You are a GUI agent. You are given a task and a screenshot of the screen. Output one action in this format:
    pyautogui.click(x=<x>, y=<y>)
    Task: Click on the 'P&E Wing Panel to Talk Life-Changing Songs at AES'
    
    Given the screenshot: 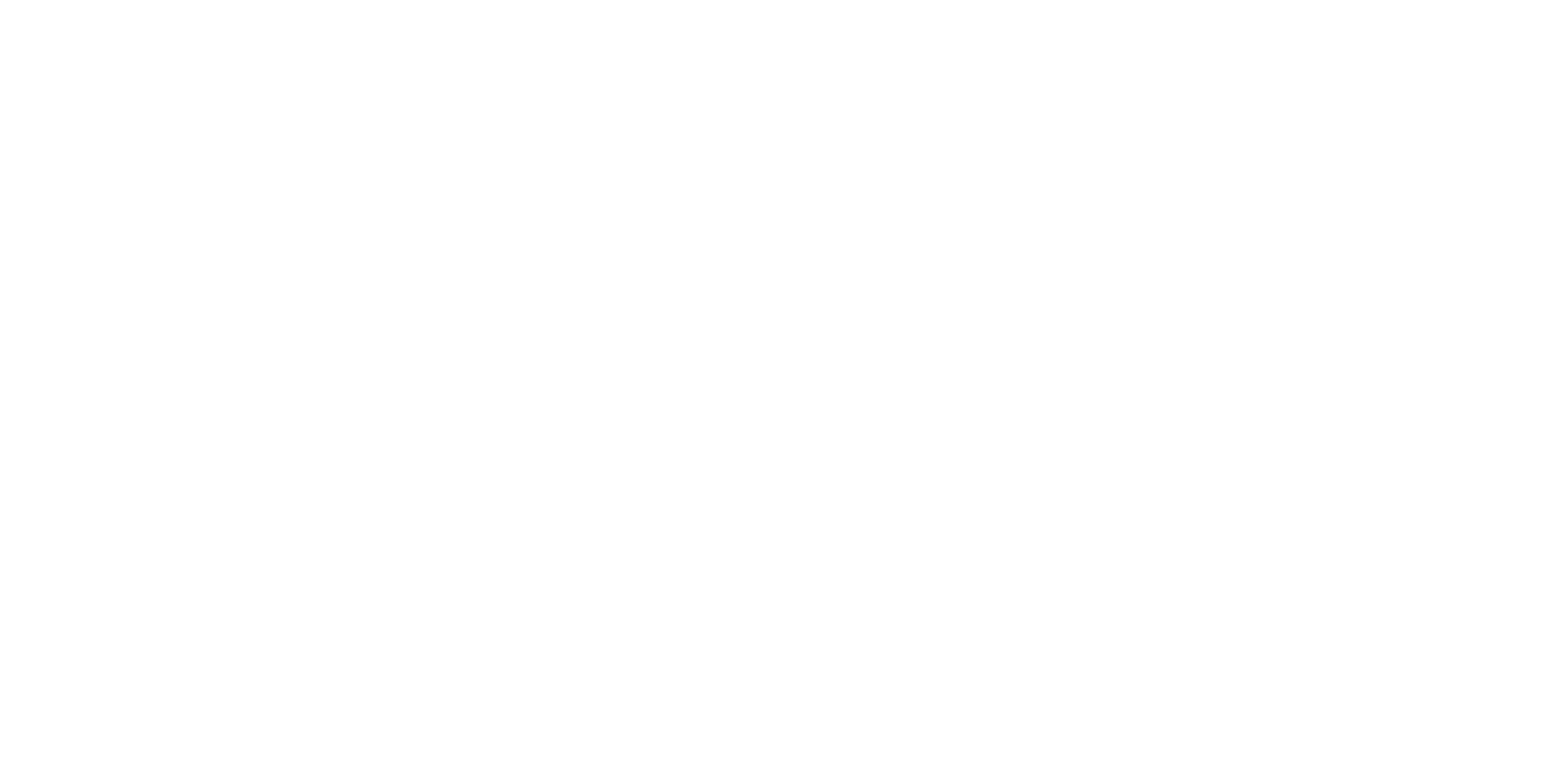 What is the action you would take?
    pyautogui.click(x=821, y=472)
    